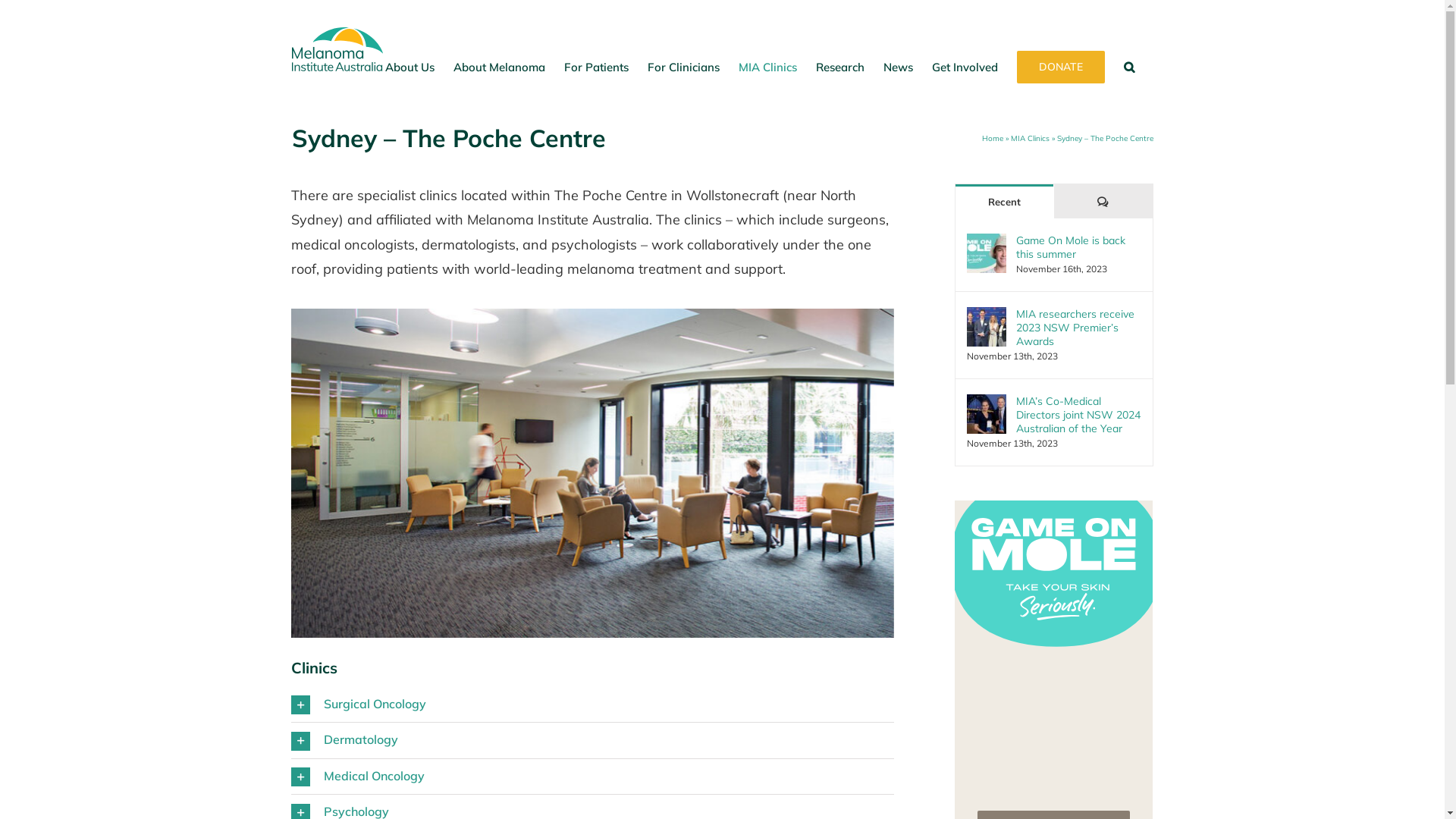 This screenshot has height=819, width=1456. I want to click on 'DONATE', so click(1015, 66).